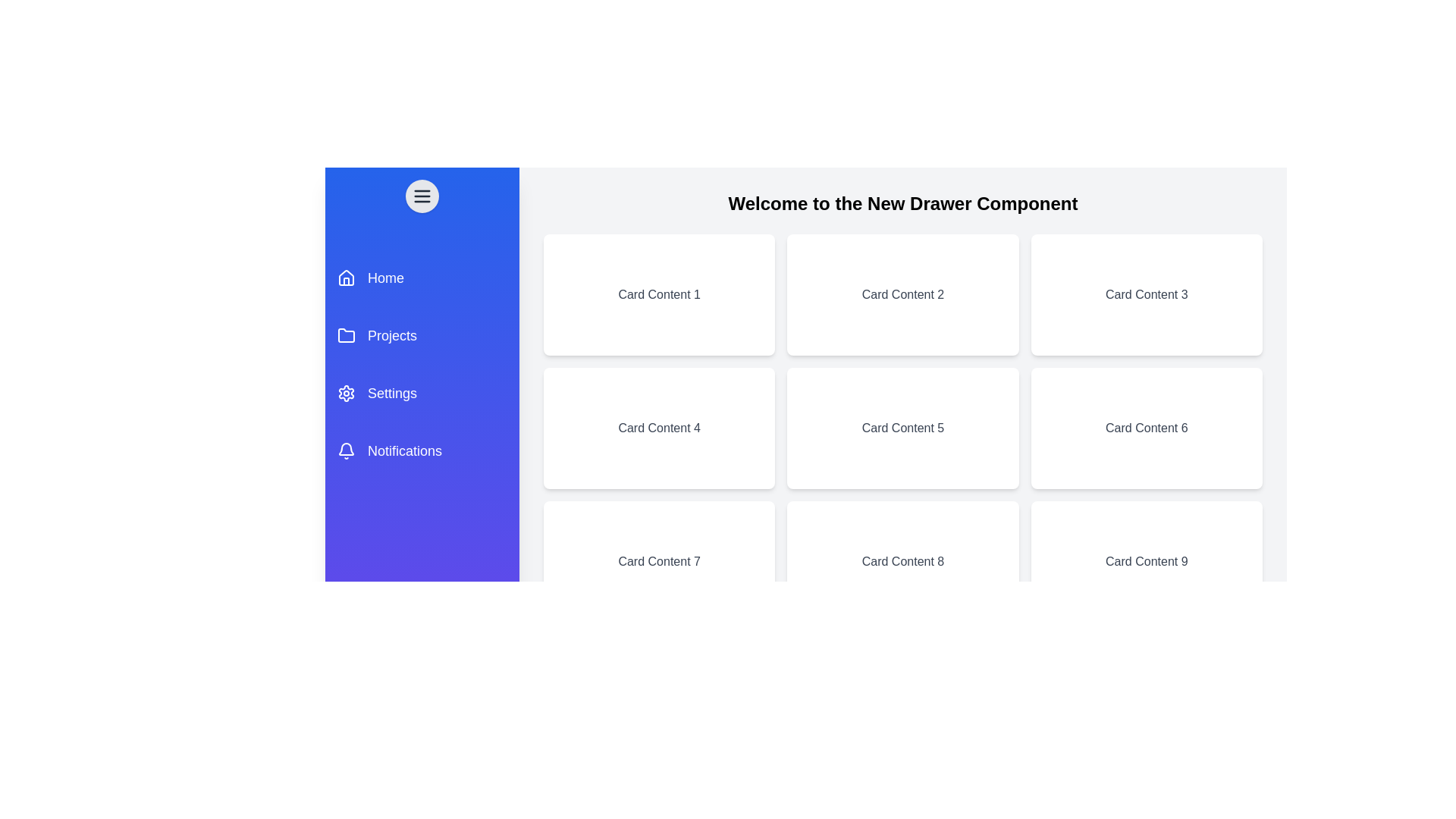  Describe the element at coordinates (422, 335) in the screenshot. I see `the menu item Projects in the drawer` at that location.